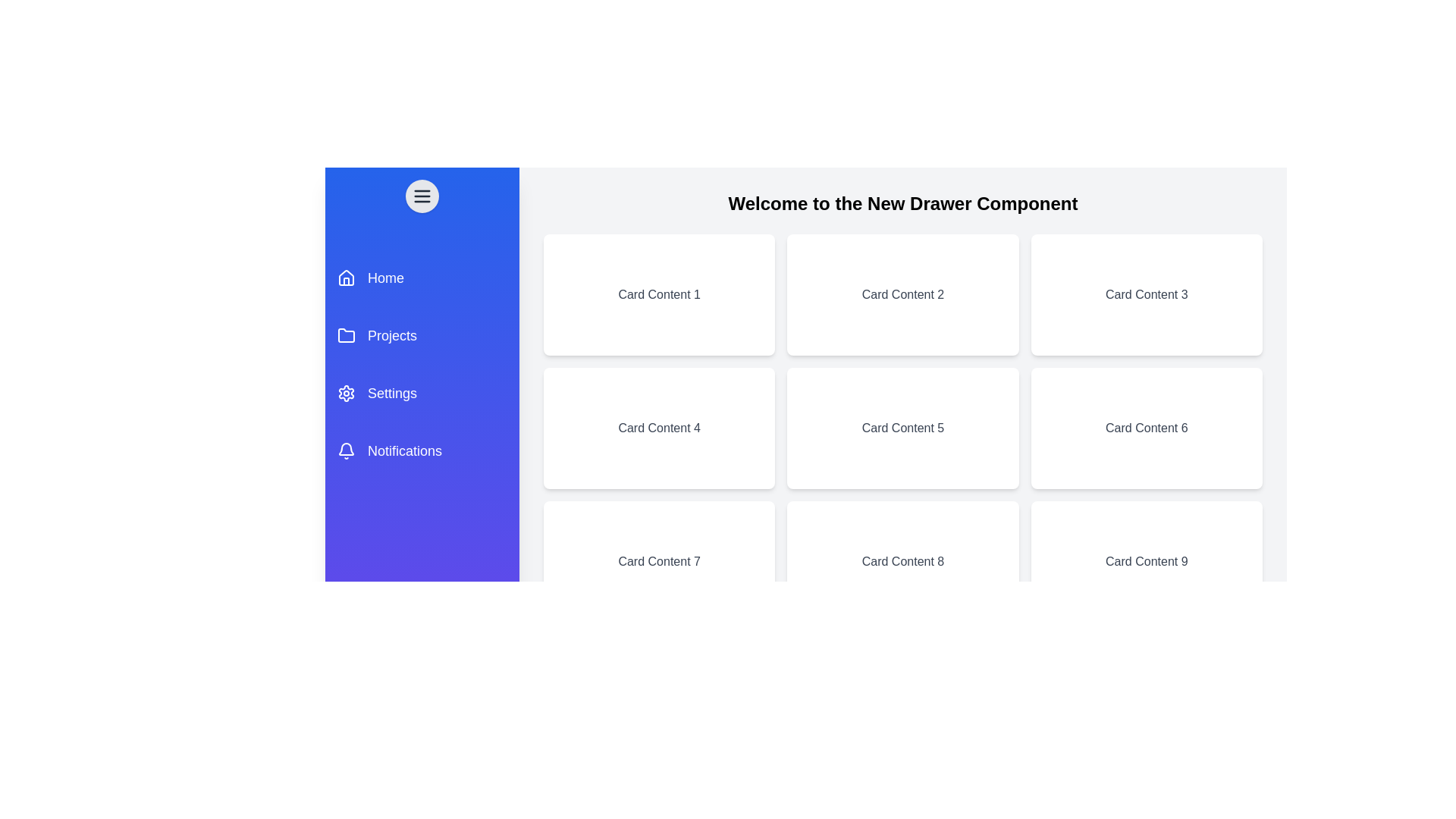  Describe the element at coordinates (422, 335) in the screenshot. I see `the menu item Projects in the drawer` at that location.